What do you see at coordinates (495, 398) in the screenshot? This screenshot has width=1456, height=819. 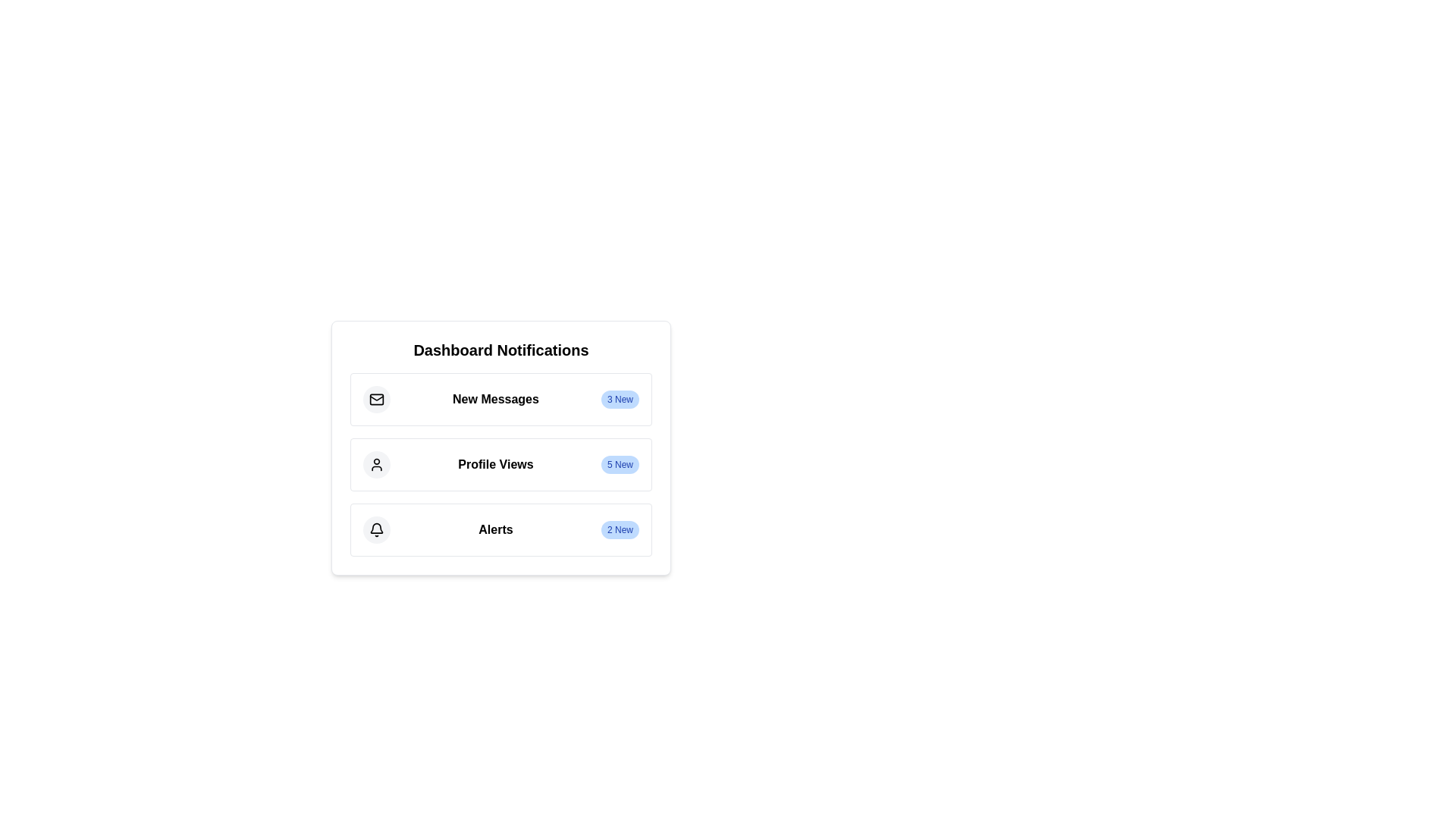 I see `the surrounding interactive area near the 'New Messages' text label, which is bold and part of a notification for messages` at bounding box center [495, 398].